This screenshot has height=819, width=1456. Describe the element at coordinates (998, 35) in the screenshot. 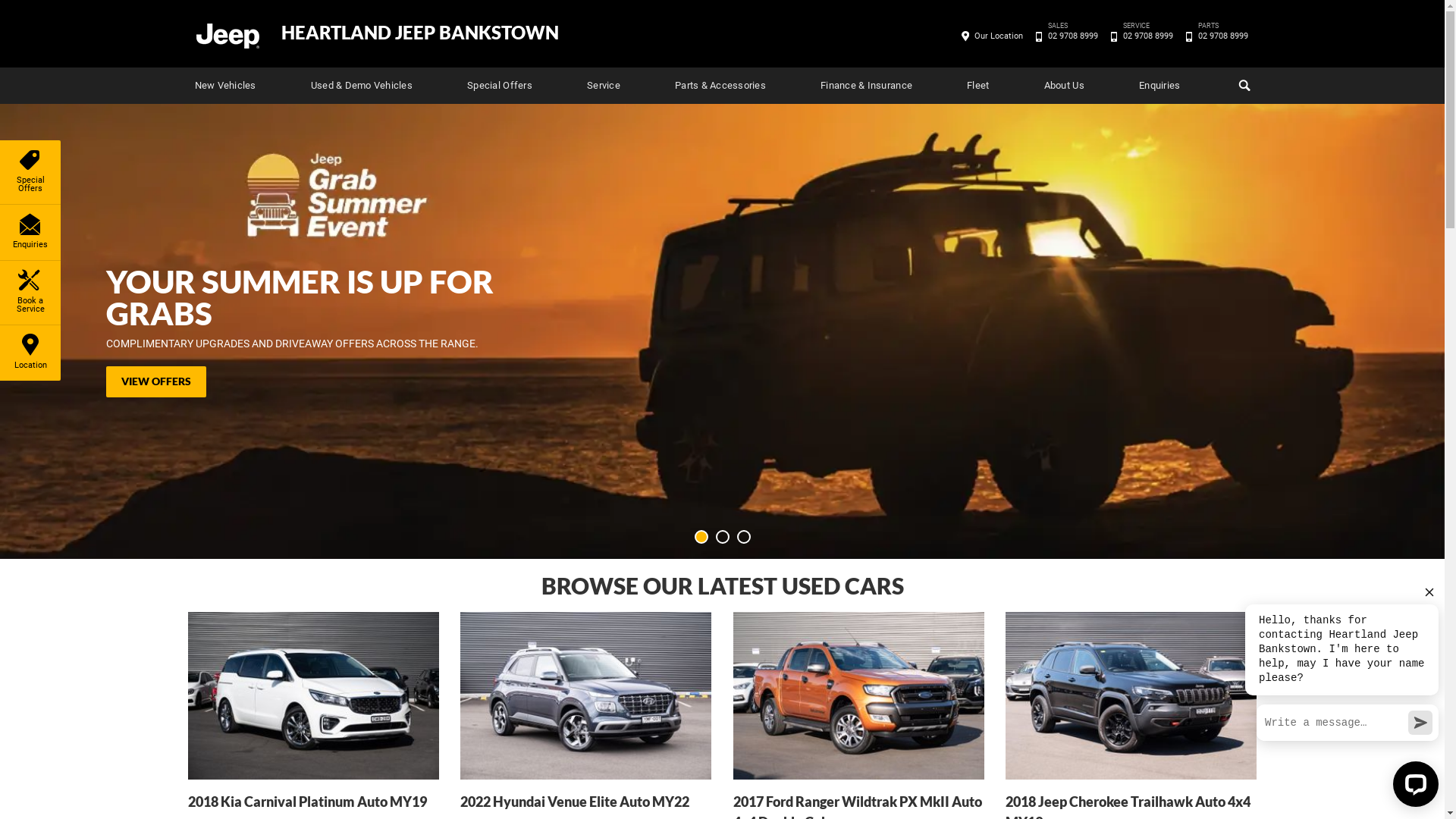

I see `'Our Location'` at that location.